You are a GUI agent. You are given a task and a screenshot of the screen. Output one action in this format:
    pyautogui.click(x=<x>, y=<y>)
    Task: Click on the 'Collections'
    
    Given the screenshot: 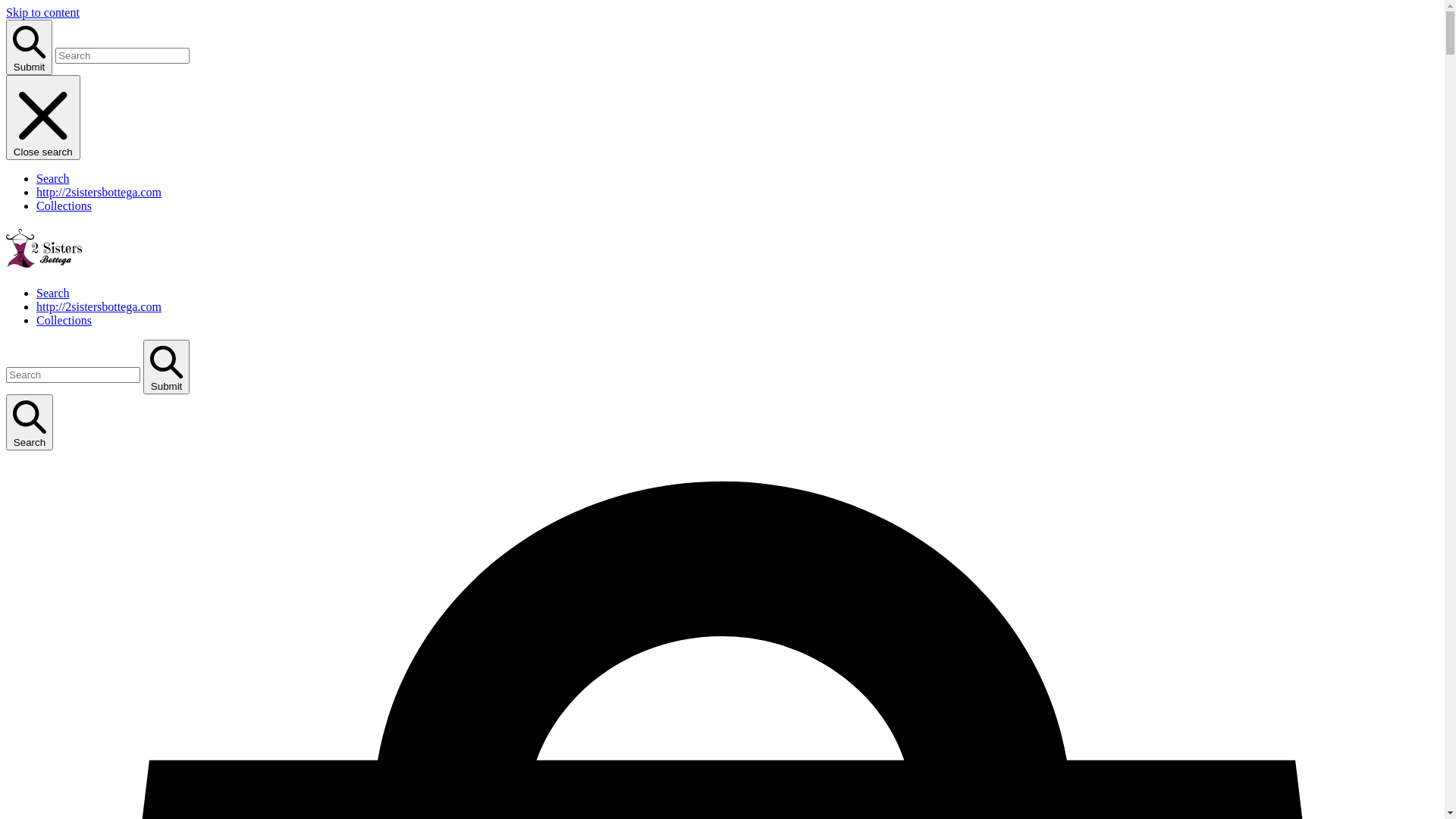 What is the action you would take?
    pyautogui.click(x=63, y=319)
    